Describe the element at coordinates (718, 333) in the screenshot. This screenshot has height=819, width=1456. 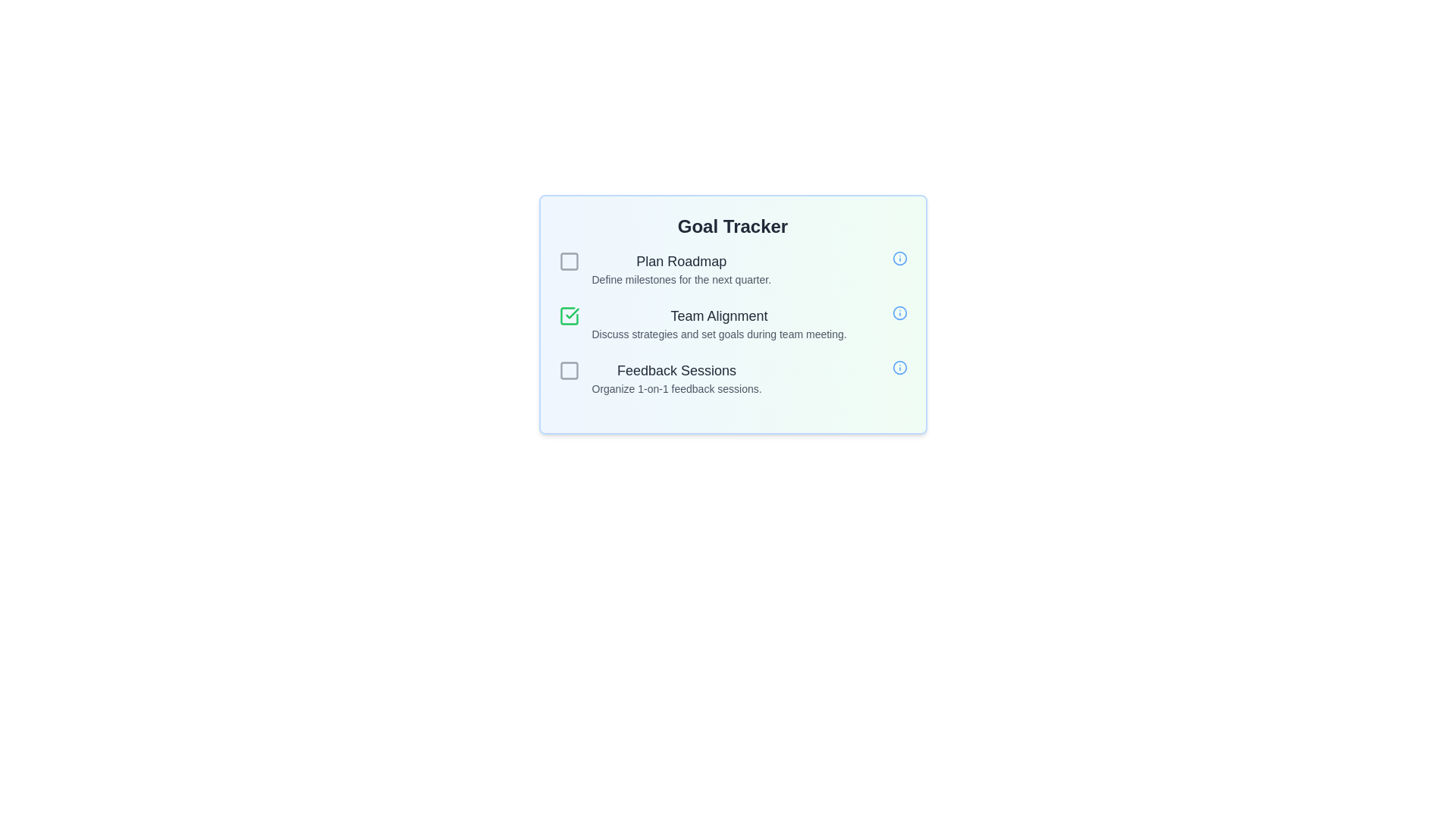
I see `the Text Label that provides additional information about the 'Team Alignment' section, which is located underneath the 'Team Alignment' label and adjacent to an information icon` at that location.